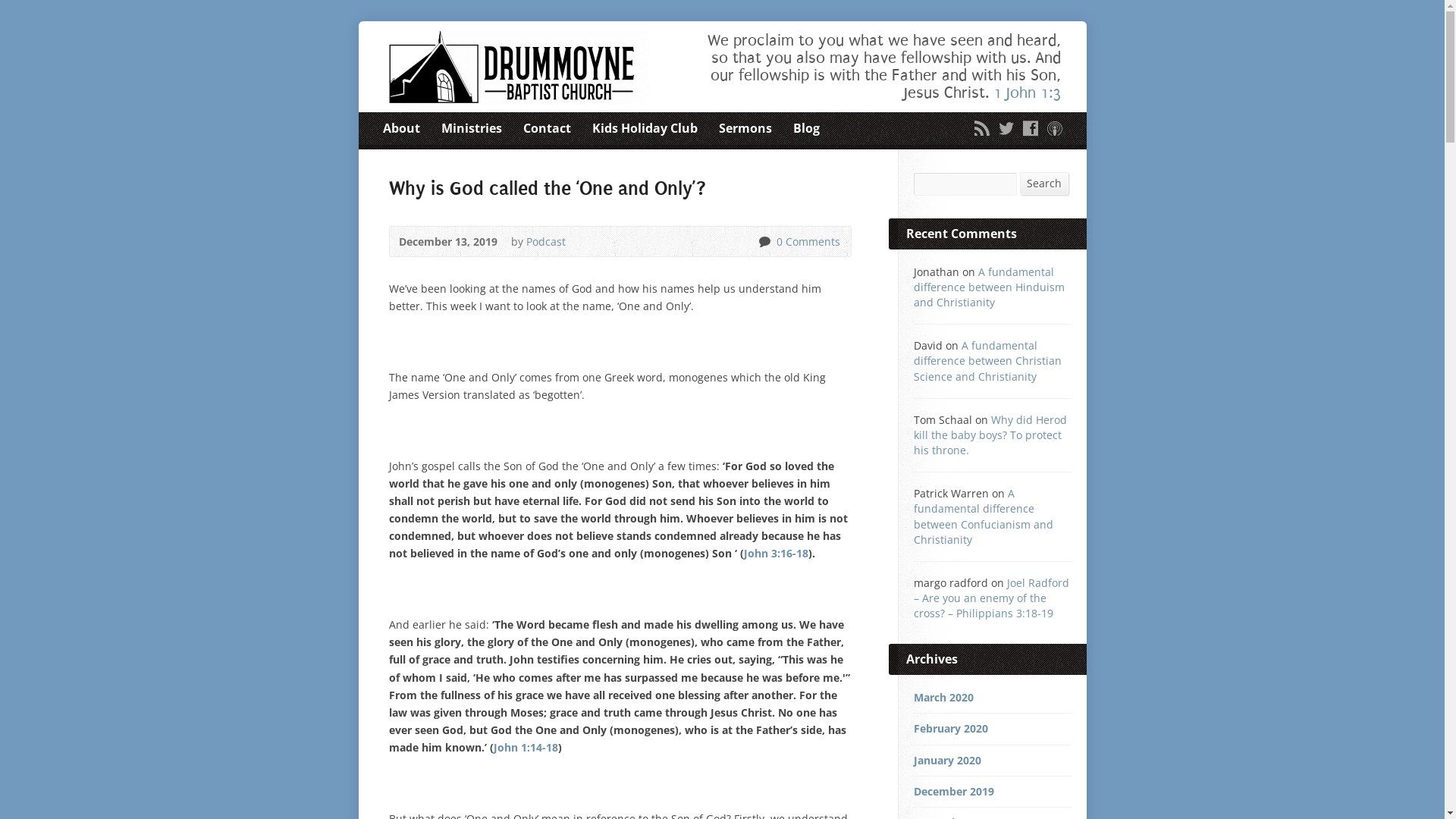  What do you see at coordinates (546, 240) in the screenshot?
I see `'Podcast'` at bounding box center [546, 240].